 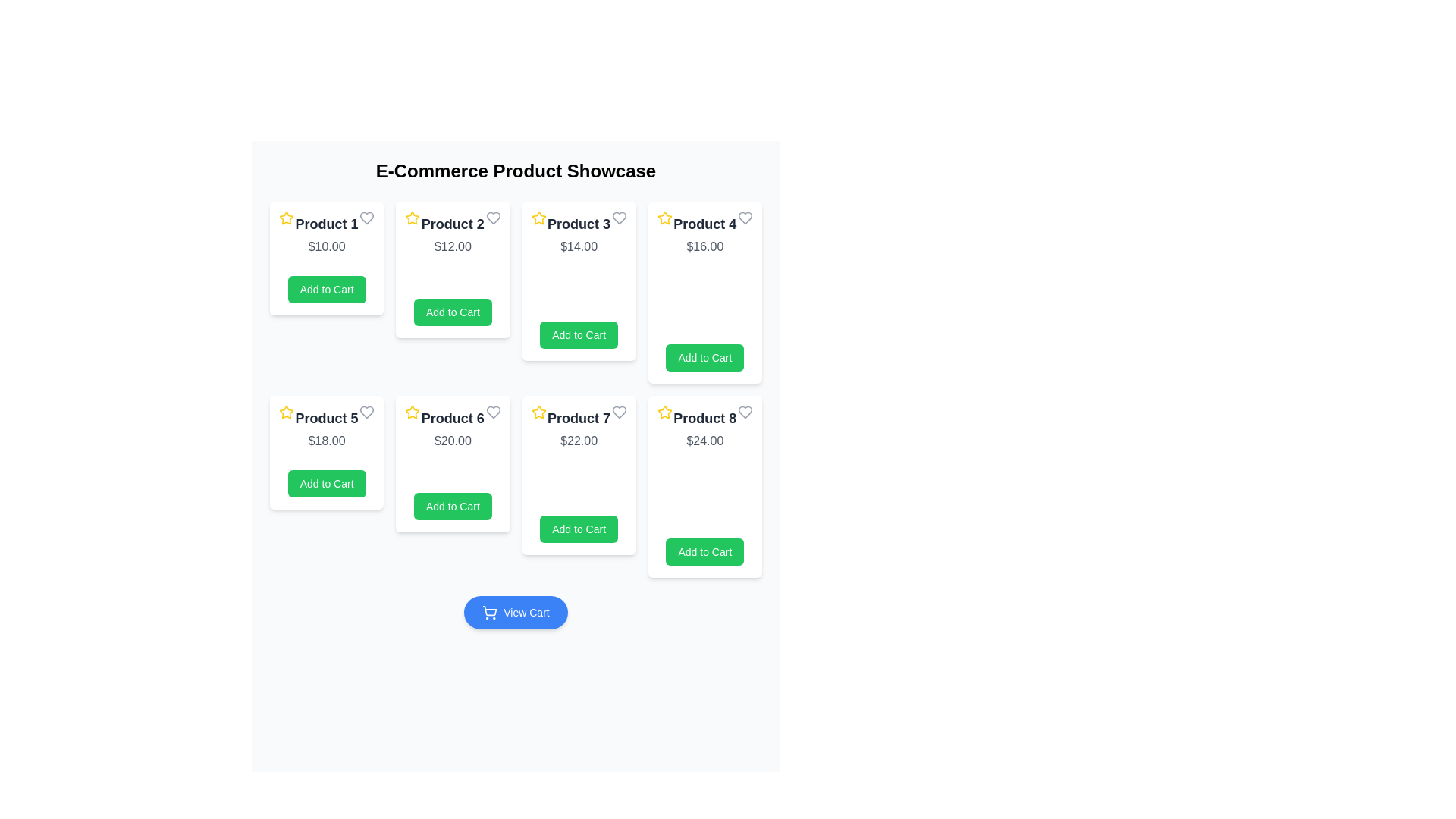 What do you see at coordinates (452, 418) in the screenshot?
I see `the text label displaying 'Product 6', which is styled in bold dark gray font and located in the product card in the center row, second column of the grid` at bounding box center [452, 418].